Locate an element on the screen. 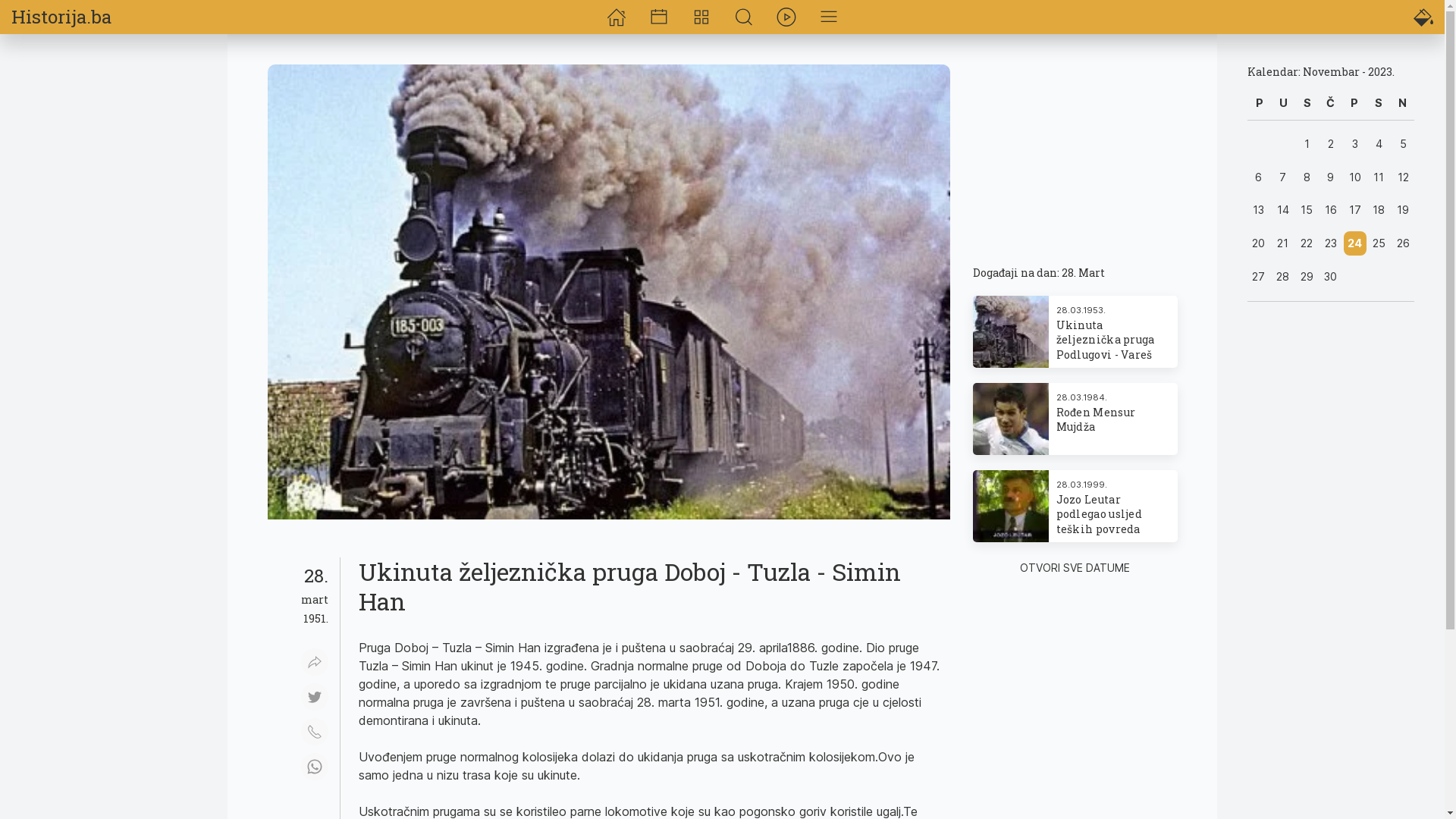  '12' is located at coordinates (1401, 177).